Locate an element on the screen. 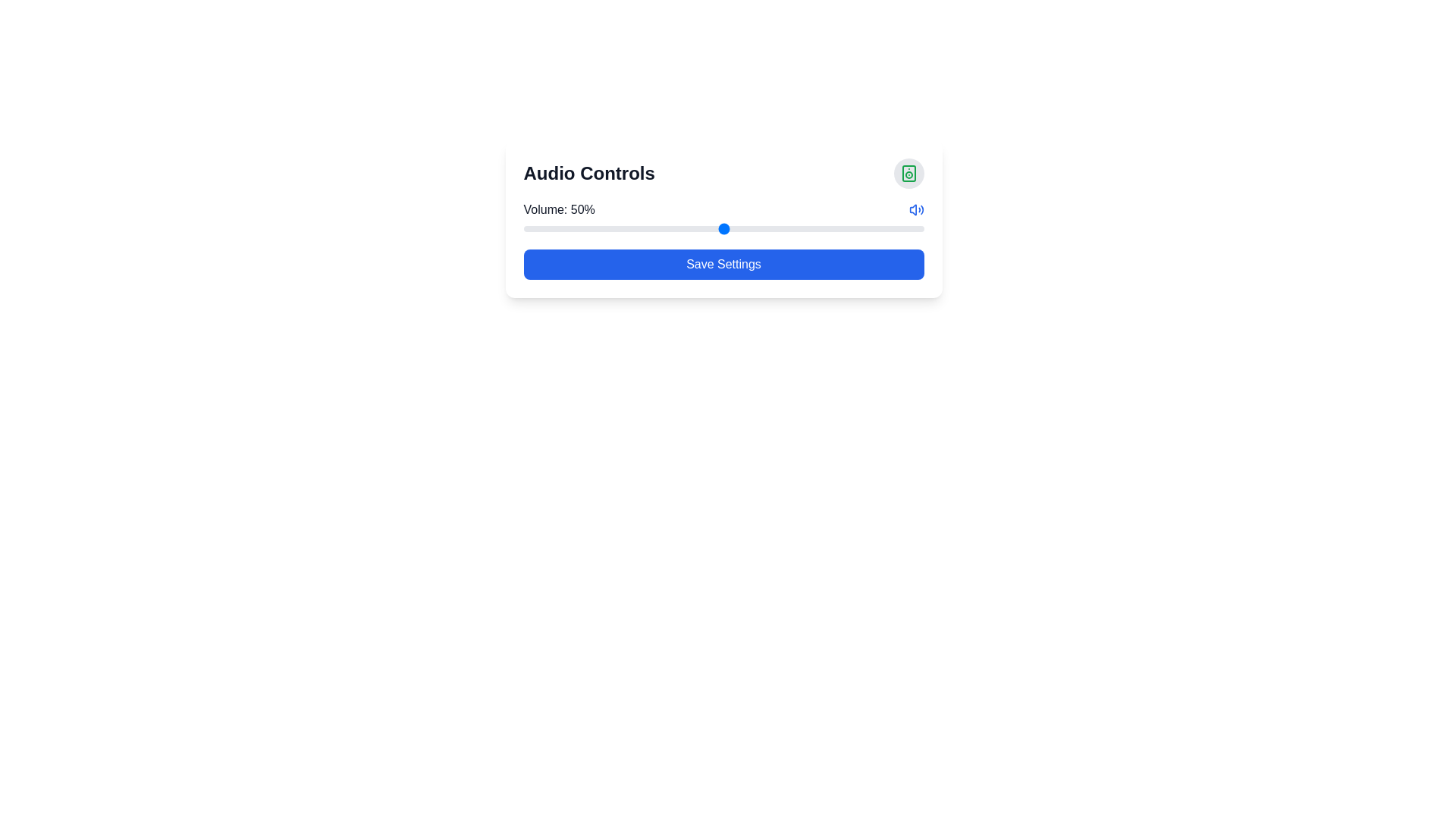  the volume control icon located immediately to the right of the text 'Volume: 50%' in the volume control section of the interface is located at coordinates (915, 210).